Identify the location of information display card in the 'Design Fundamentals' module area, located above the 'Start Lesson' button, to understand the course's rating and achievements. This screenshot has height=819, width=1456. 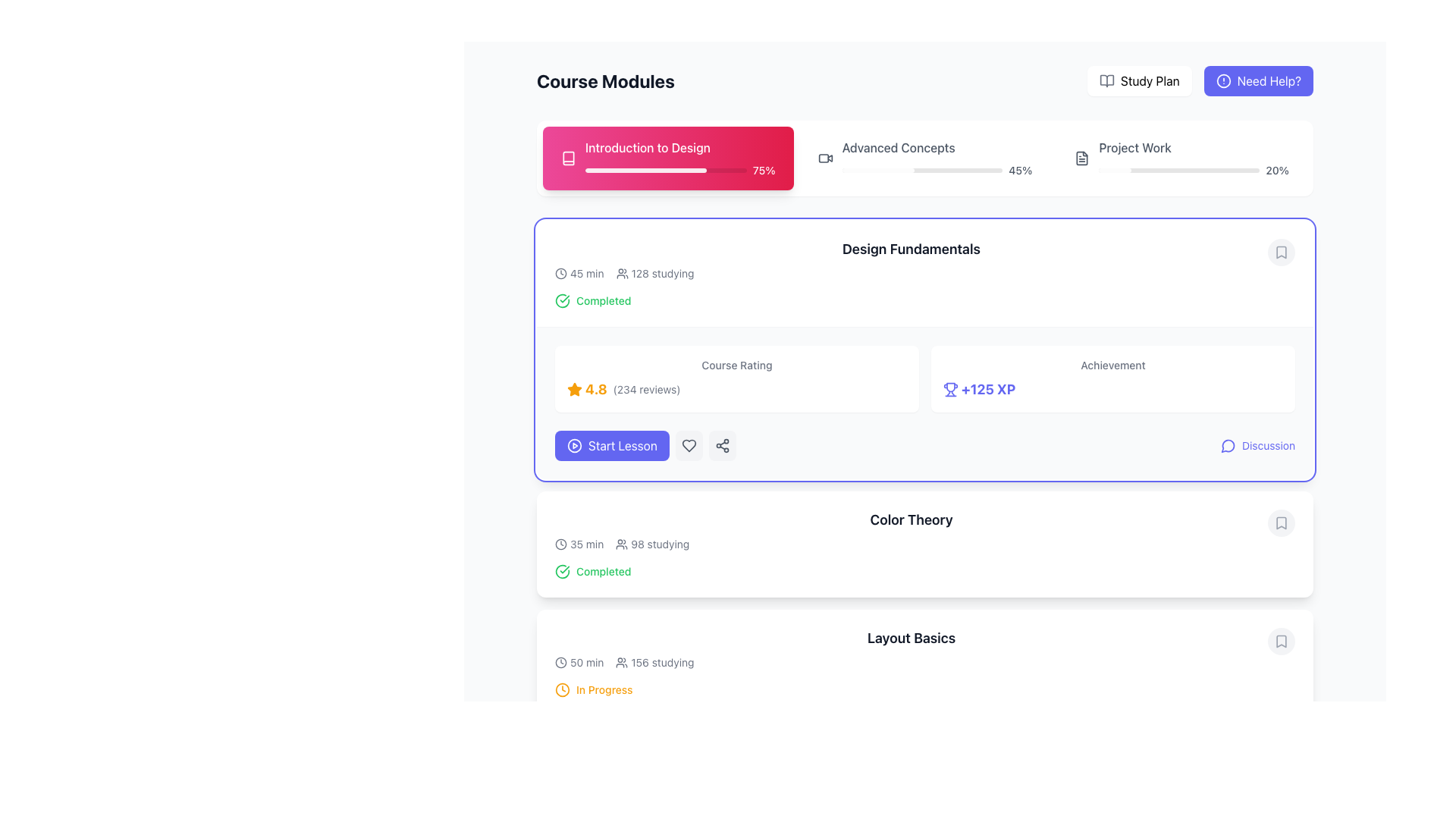
(924, 378).